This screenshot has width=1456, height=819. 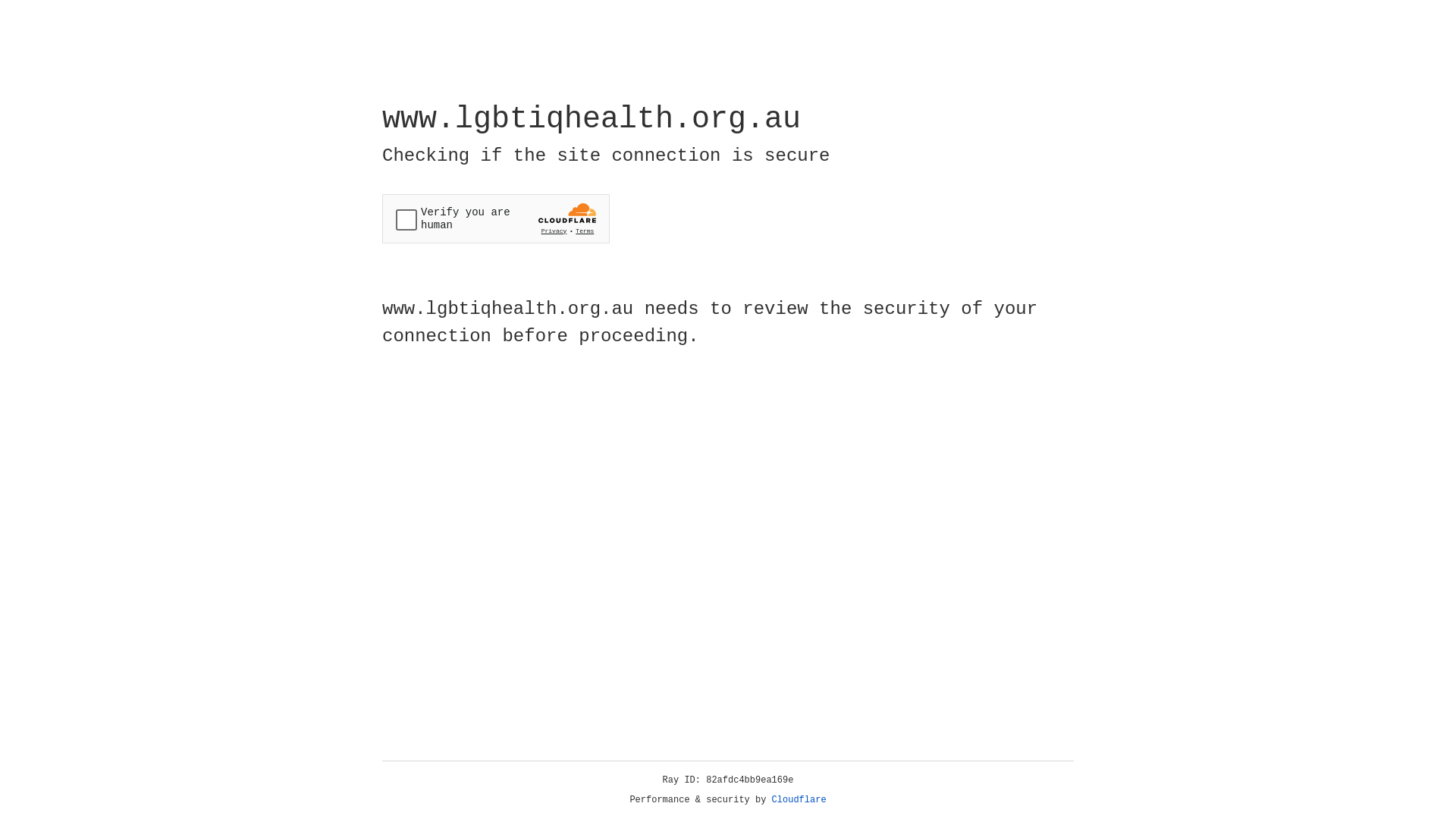 I want to click on 'Widget containing a Cloudflare security challenge', so click(x=495, y=218).